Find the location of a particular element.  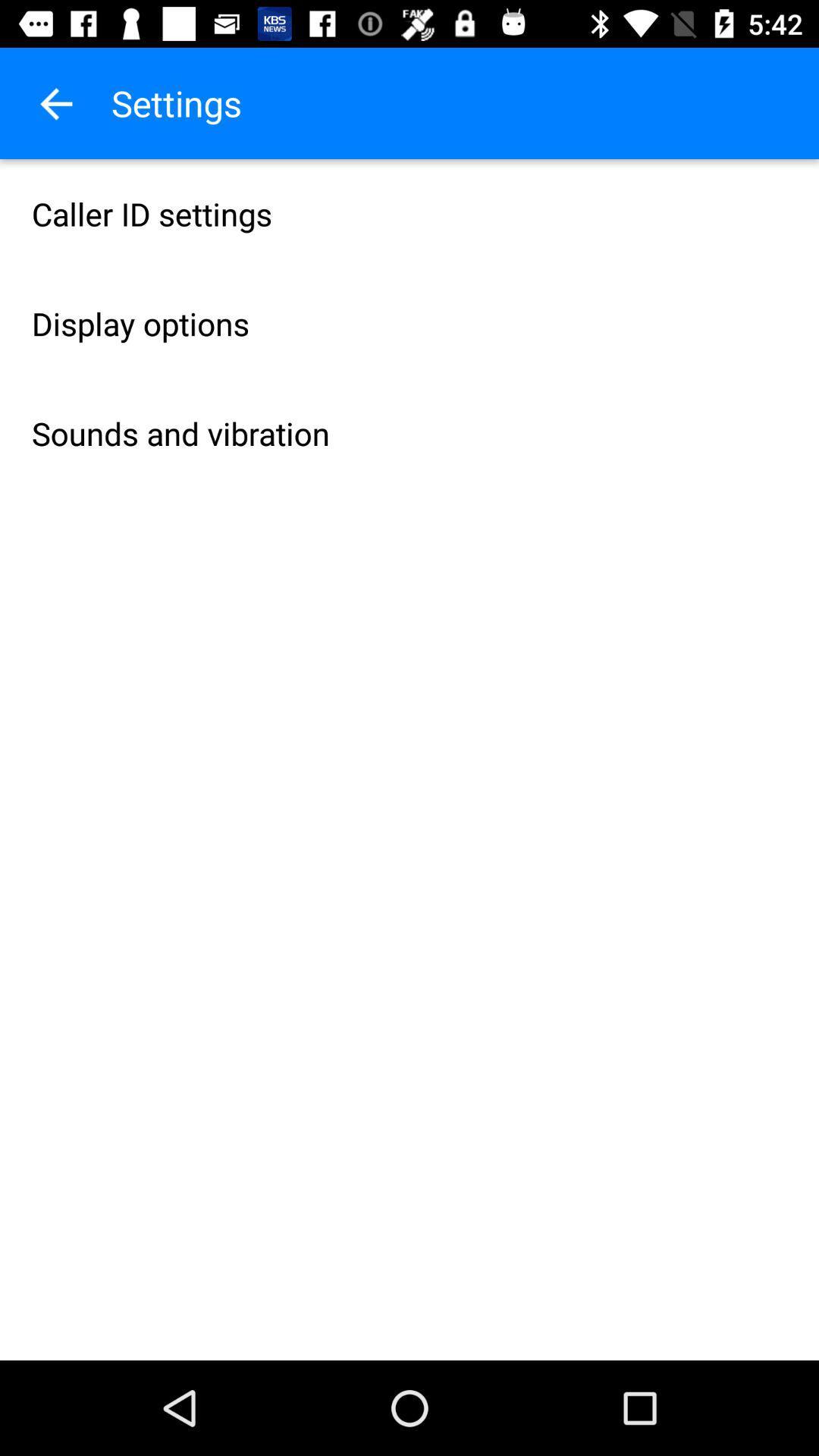

the icon above display options item is located at coordinates (409, 213).